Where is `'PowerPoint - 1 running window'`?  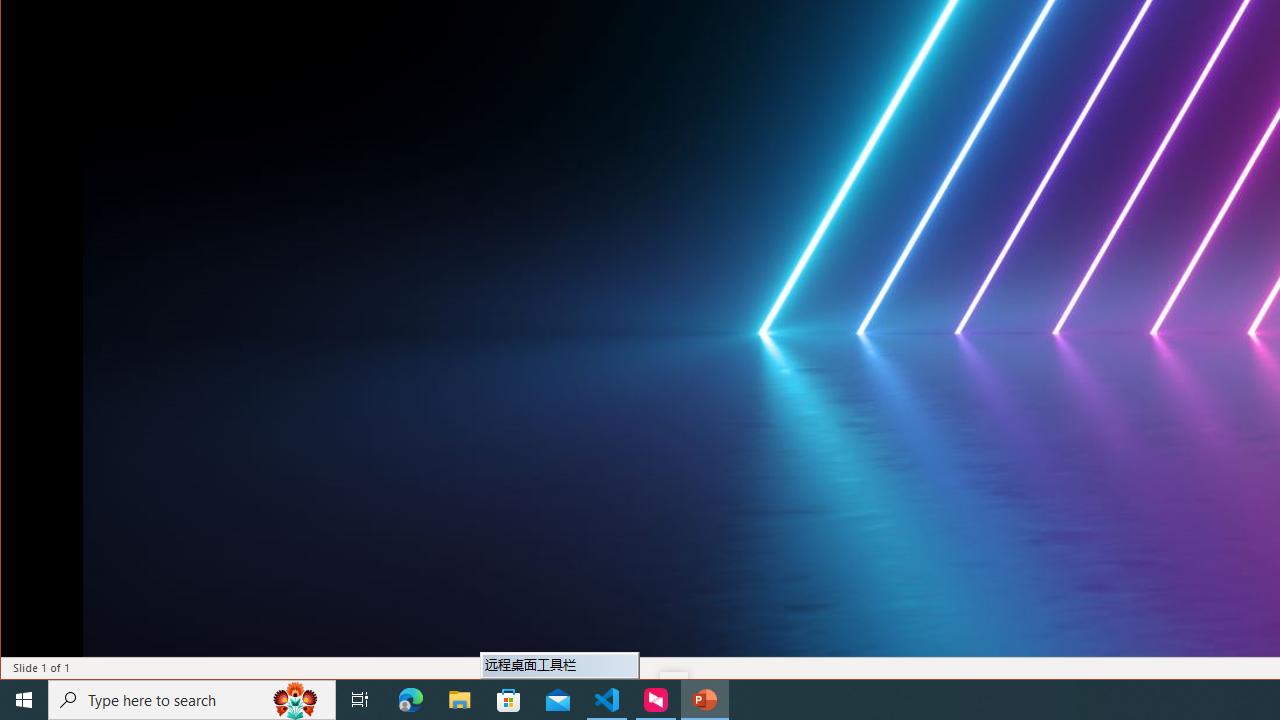
'PowerPoint - 1 running window' is located at coordinates (705, 698).